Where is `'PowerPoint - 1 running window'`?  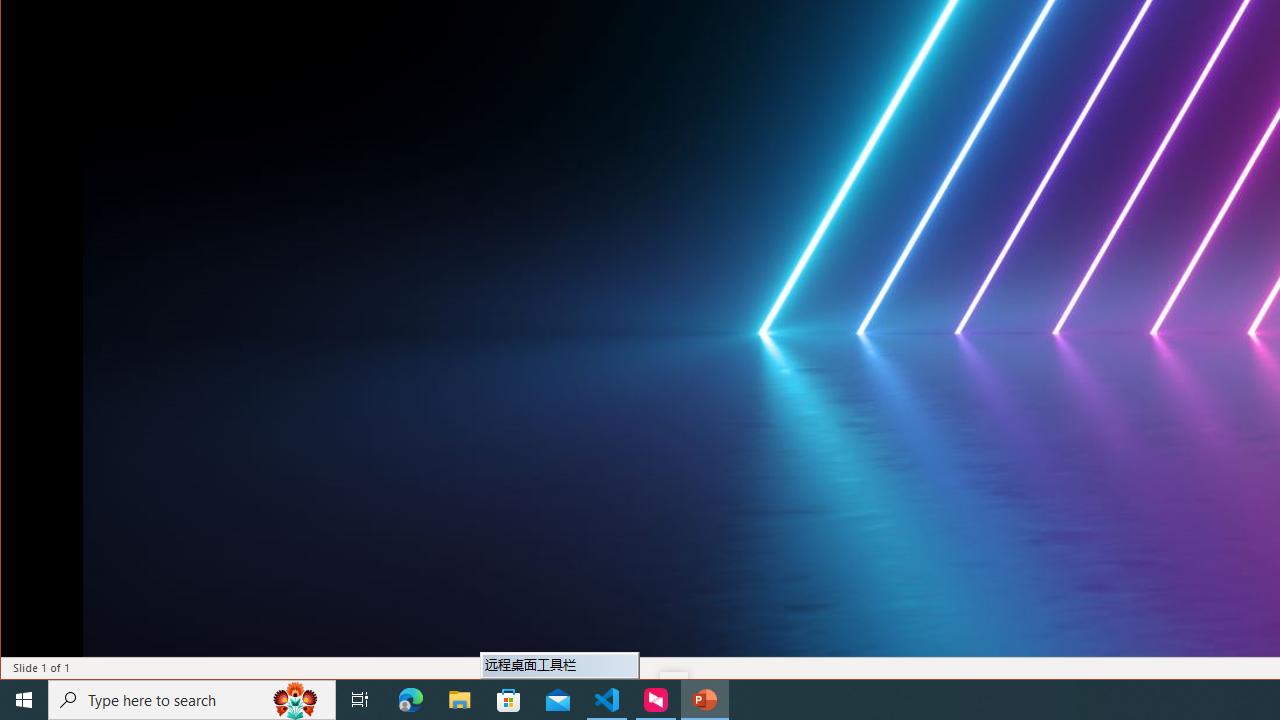
'PowerPoint - 1 running window' is located at coordinates (705, 698).